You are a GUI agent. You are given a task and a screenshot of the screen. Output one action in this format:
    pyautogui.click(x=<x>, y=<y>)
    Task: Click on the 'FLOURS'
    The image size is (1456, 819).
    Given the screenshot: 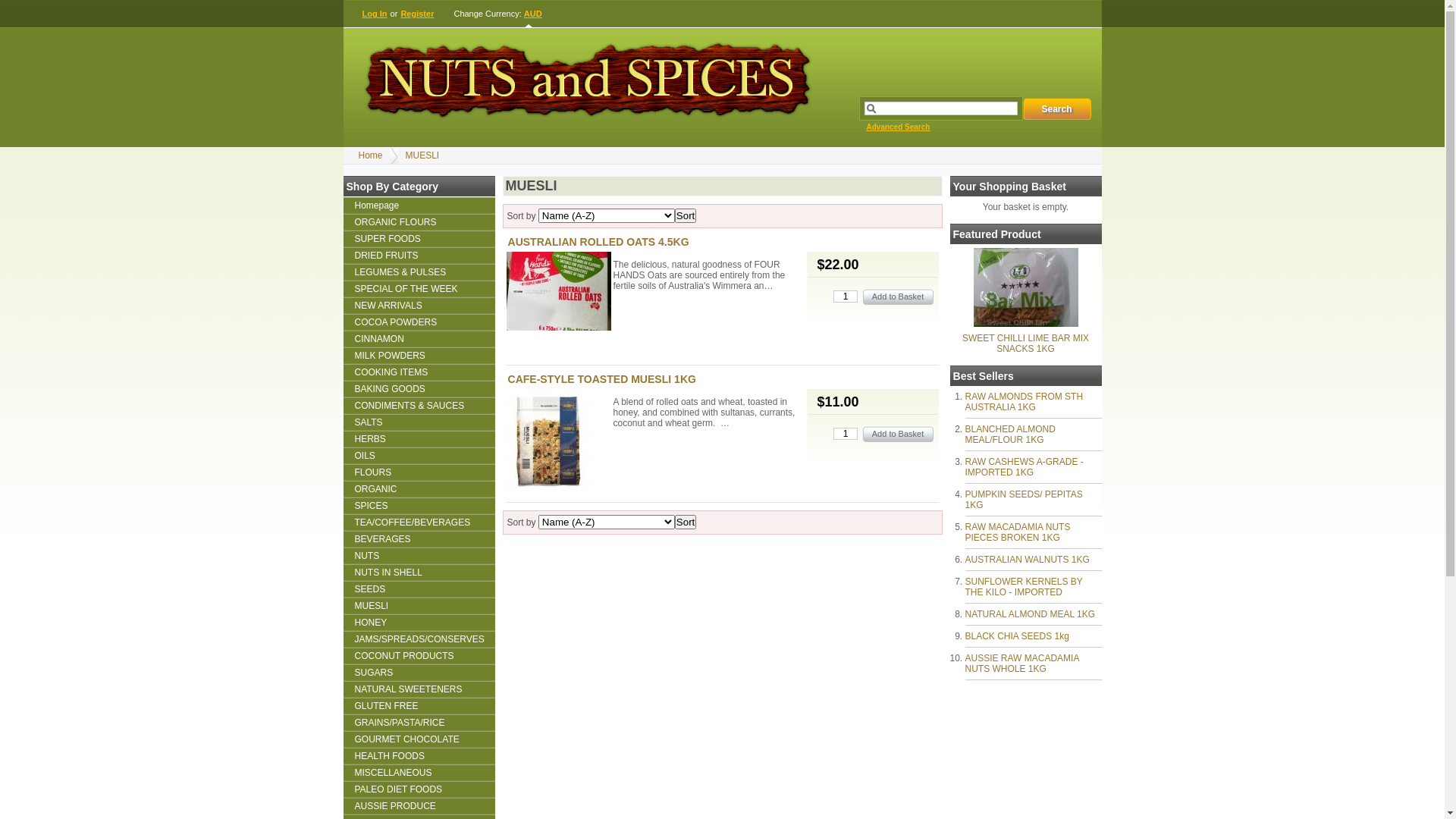 What is the action you would take?
    pyautogui.click(x=341, y=472)
    